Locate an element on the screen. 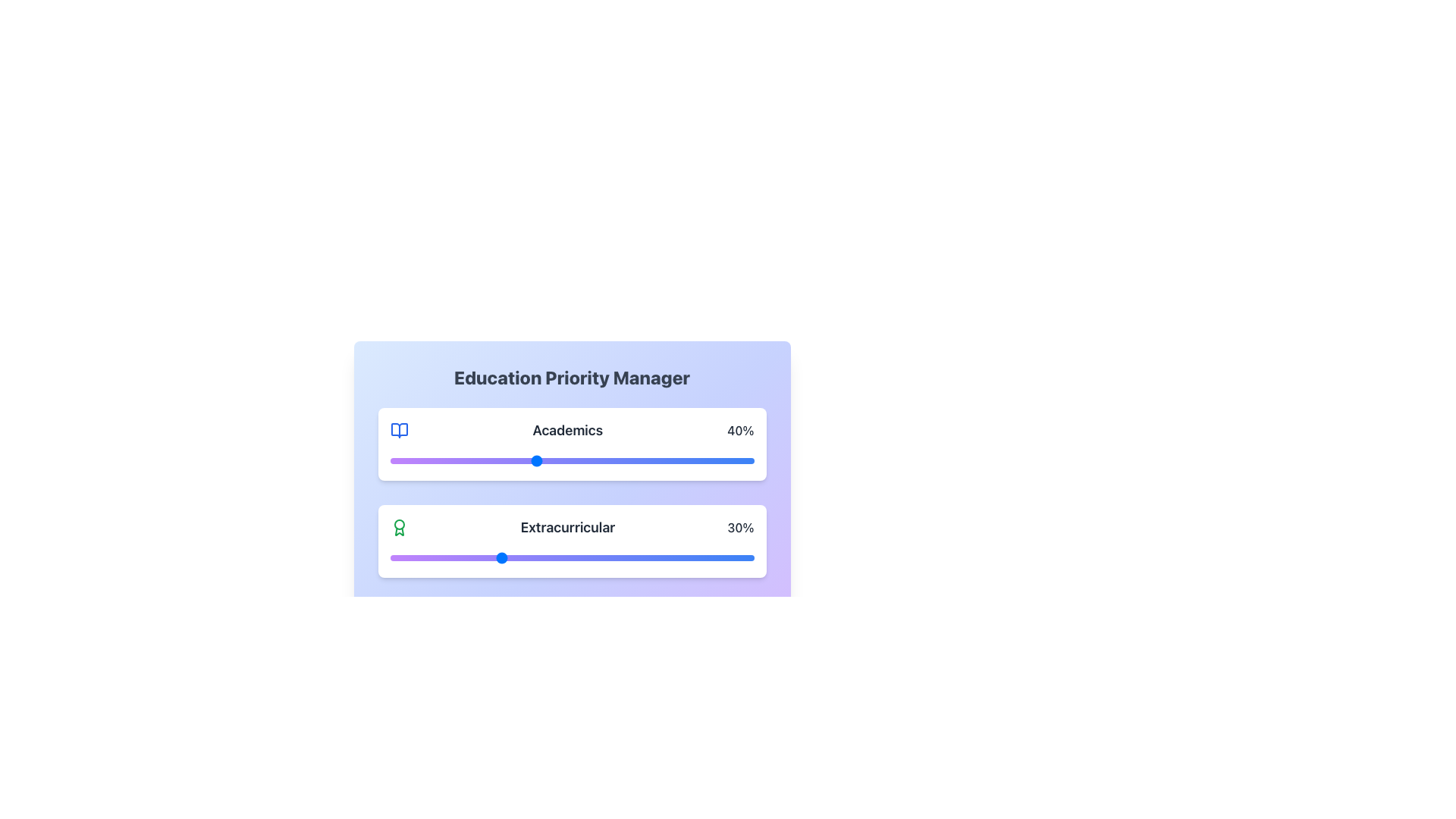 The image size is (1456, 819). the slider value is located at coordinates (560, 460).